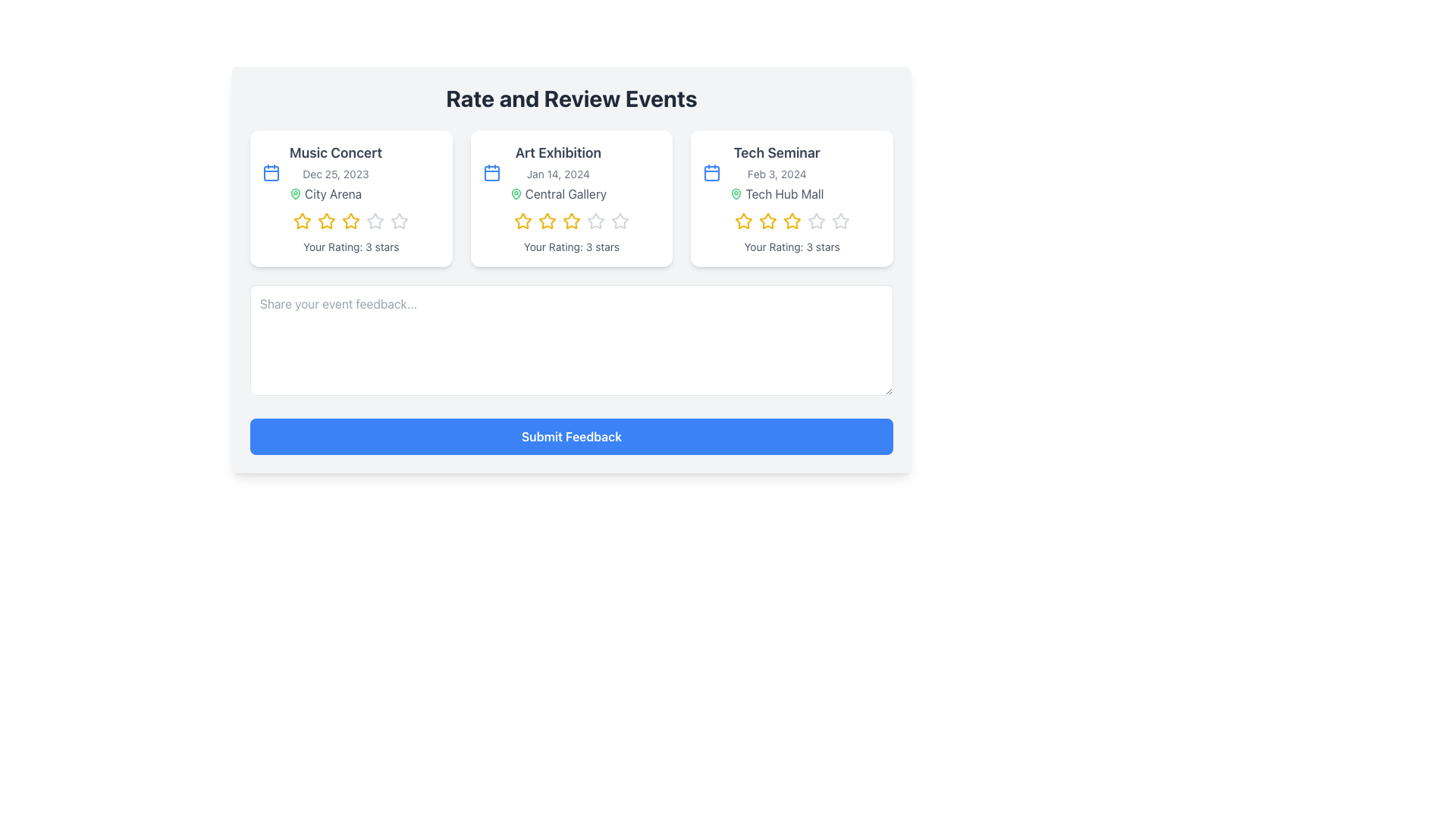 This screenshot has width=1456, height=819. I want to click on the third star icon in the rating component located in the middle card below 'Central Gallery' and above 'Your Rating: 3 stars', so click(570, 221).